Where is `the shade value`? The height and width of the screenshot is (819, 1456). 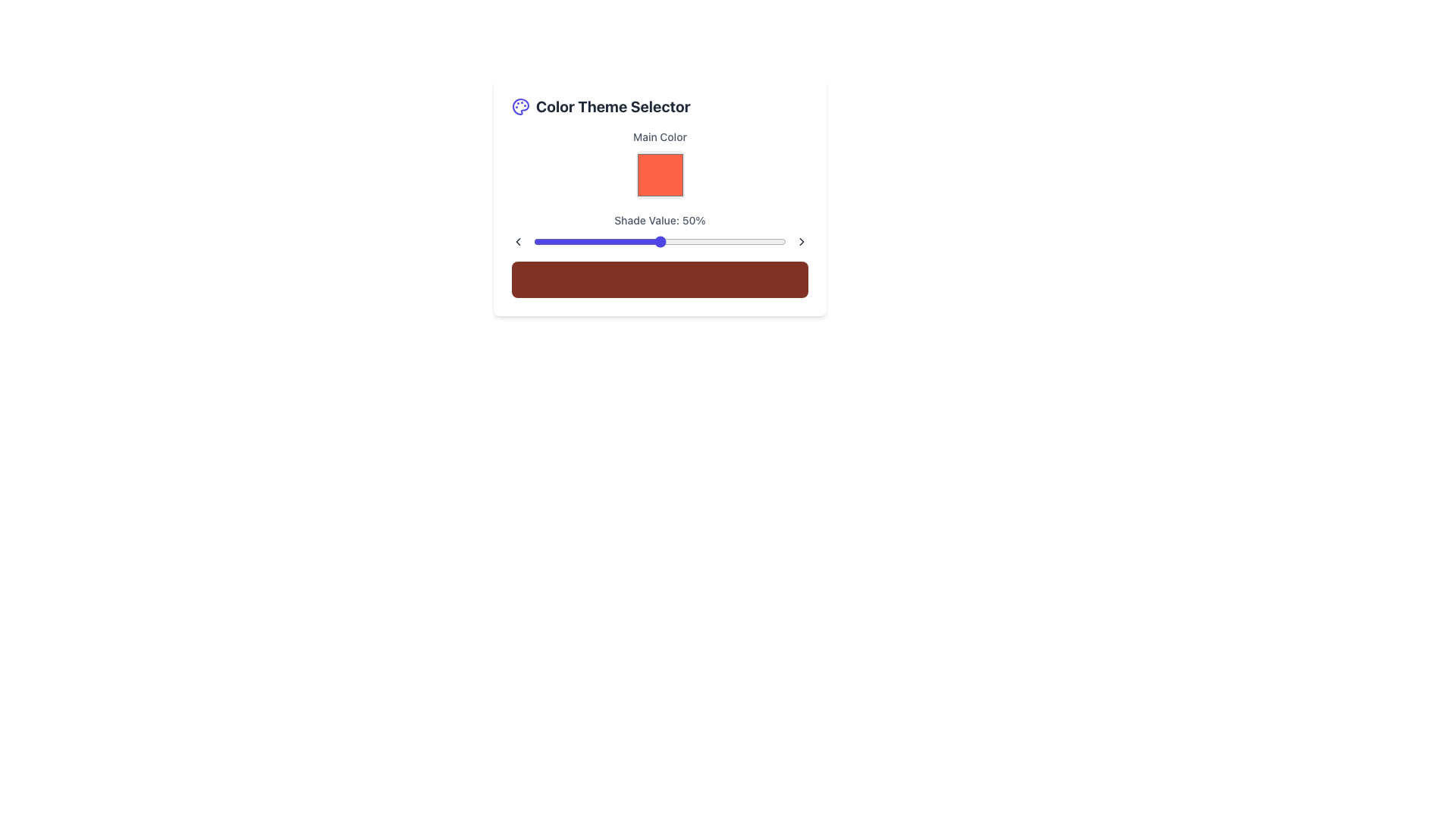
the shade value is located at coordinates (563, 241).